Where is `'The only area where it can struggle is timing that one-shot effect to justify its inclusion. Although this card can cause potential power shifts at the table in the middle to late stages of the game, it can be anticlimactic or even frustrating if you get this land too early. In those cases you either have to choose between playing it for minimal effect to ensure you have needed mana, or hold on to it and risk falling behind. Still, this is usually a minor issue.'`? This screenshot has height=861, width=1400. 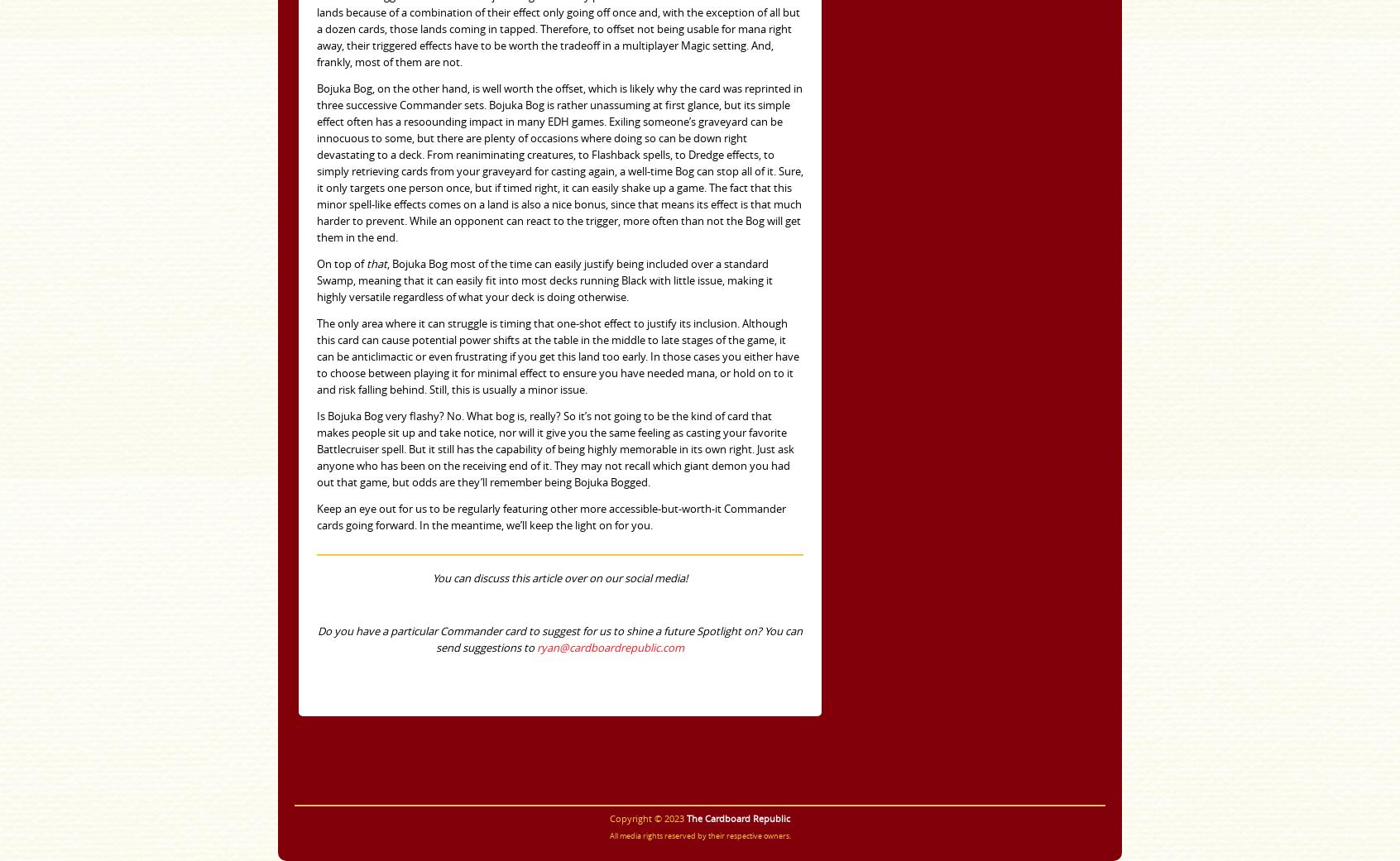
'The only area where it can struggle is timing that one-shot effect to justify its inclusion. Although this card can cause potential power shifts at the table in the middle to late stages of the game, it can be anticlimactic or even frustrating if you get this land too early. In those cases you either have to choose between playing it for minimal effect to ensure you have needed mana, or hold on to it and risk falling behind. Still, this is usually a minor issue.' is located at coordinates (558, 356).